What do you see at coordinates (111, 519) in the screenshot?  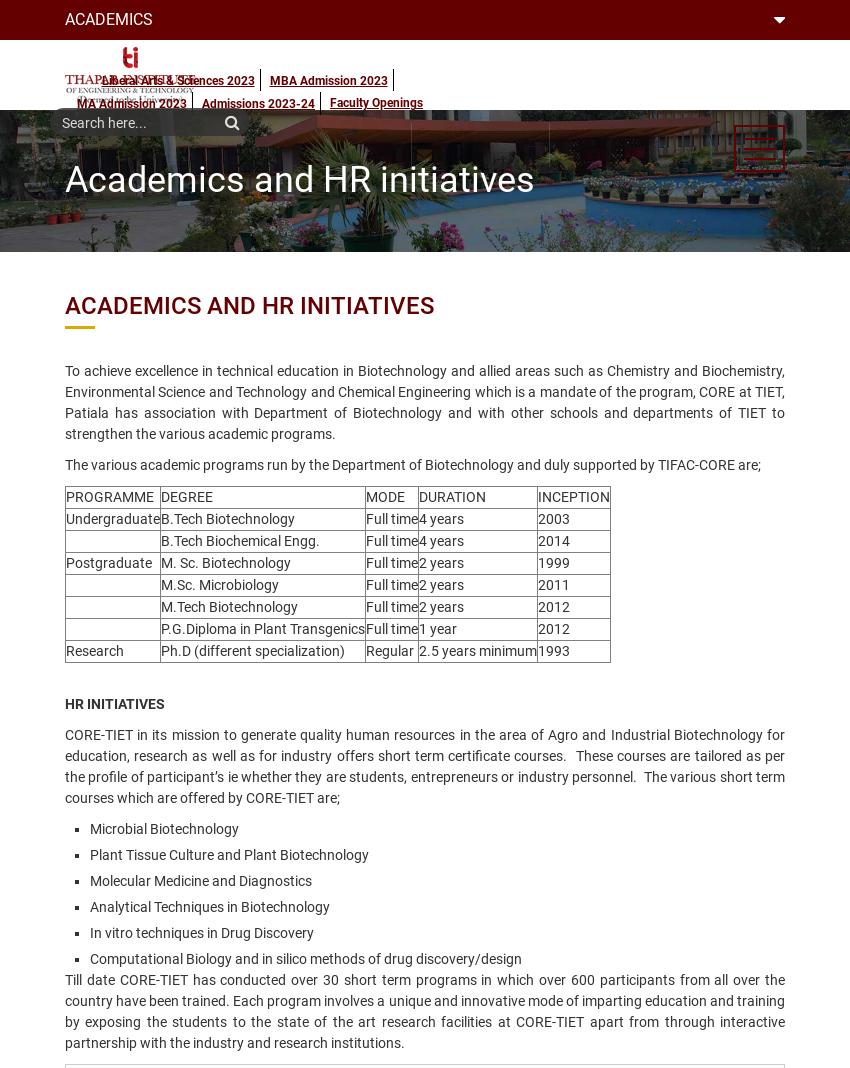 I see `'Undergraduate'` at bounding box center [111, 519].